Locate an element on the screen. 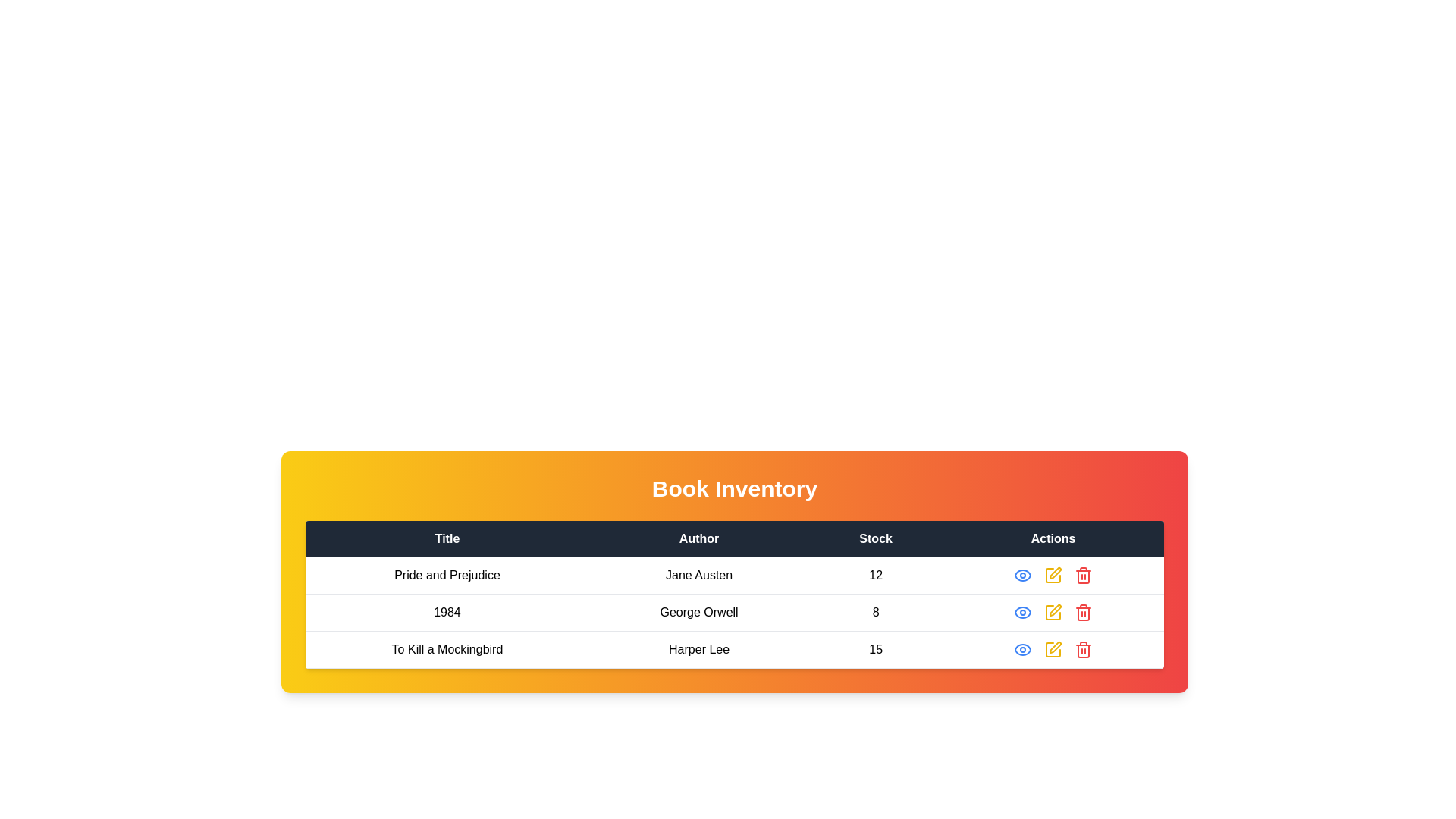 The image size is (1456, 819). the blue eye-shaped icon in the 'Actions' column of the inventory table is located at coordinates (1022, 576).